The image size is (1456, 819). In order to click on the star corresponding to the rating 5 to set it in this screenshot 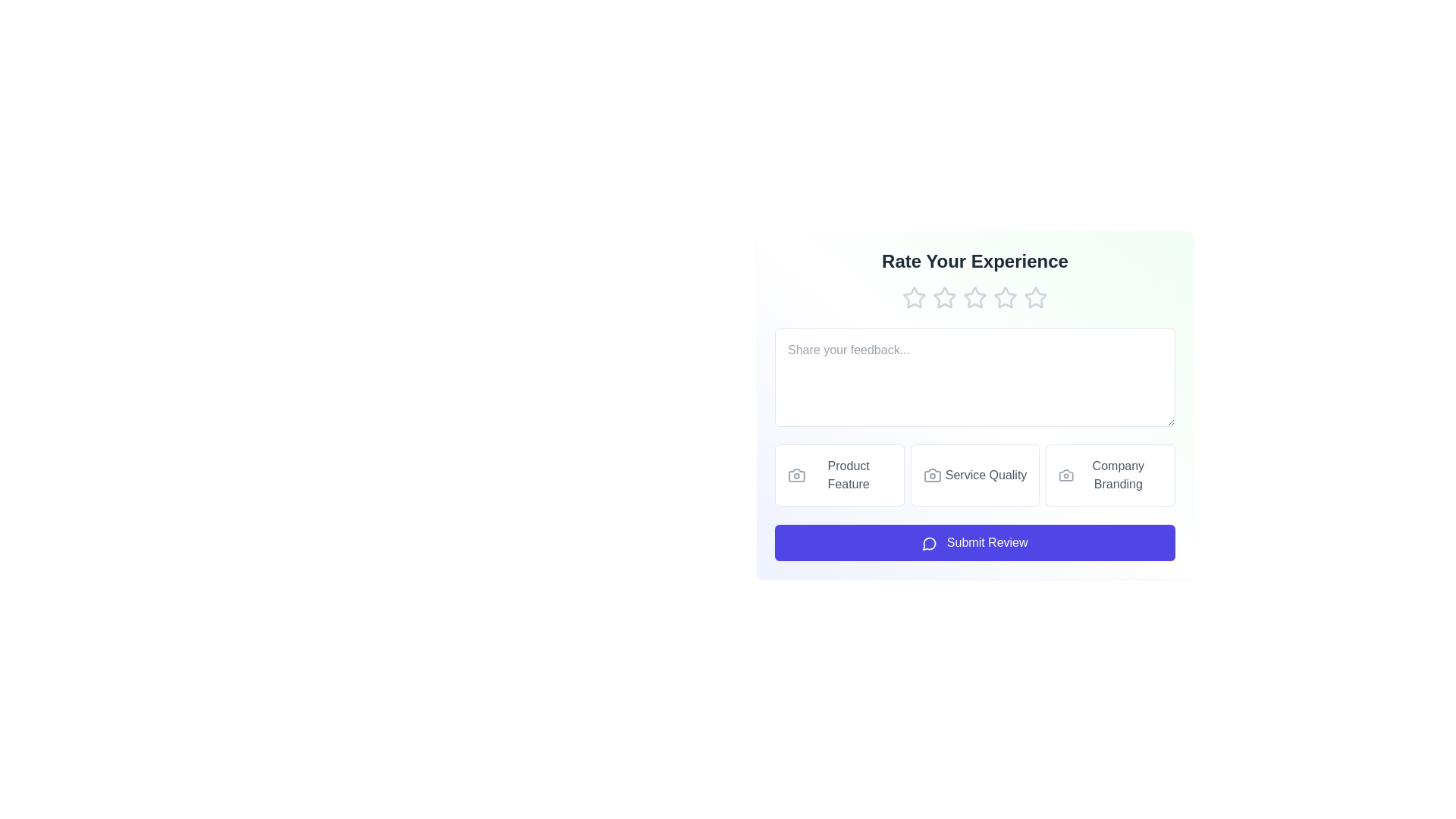, I will do `click(1035, 298)`.